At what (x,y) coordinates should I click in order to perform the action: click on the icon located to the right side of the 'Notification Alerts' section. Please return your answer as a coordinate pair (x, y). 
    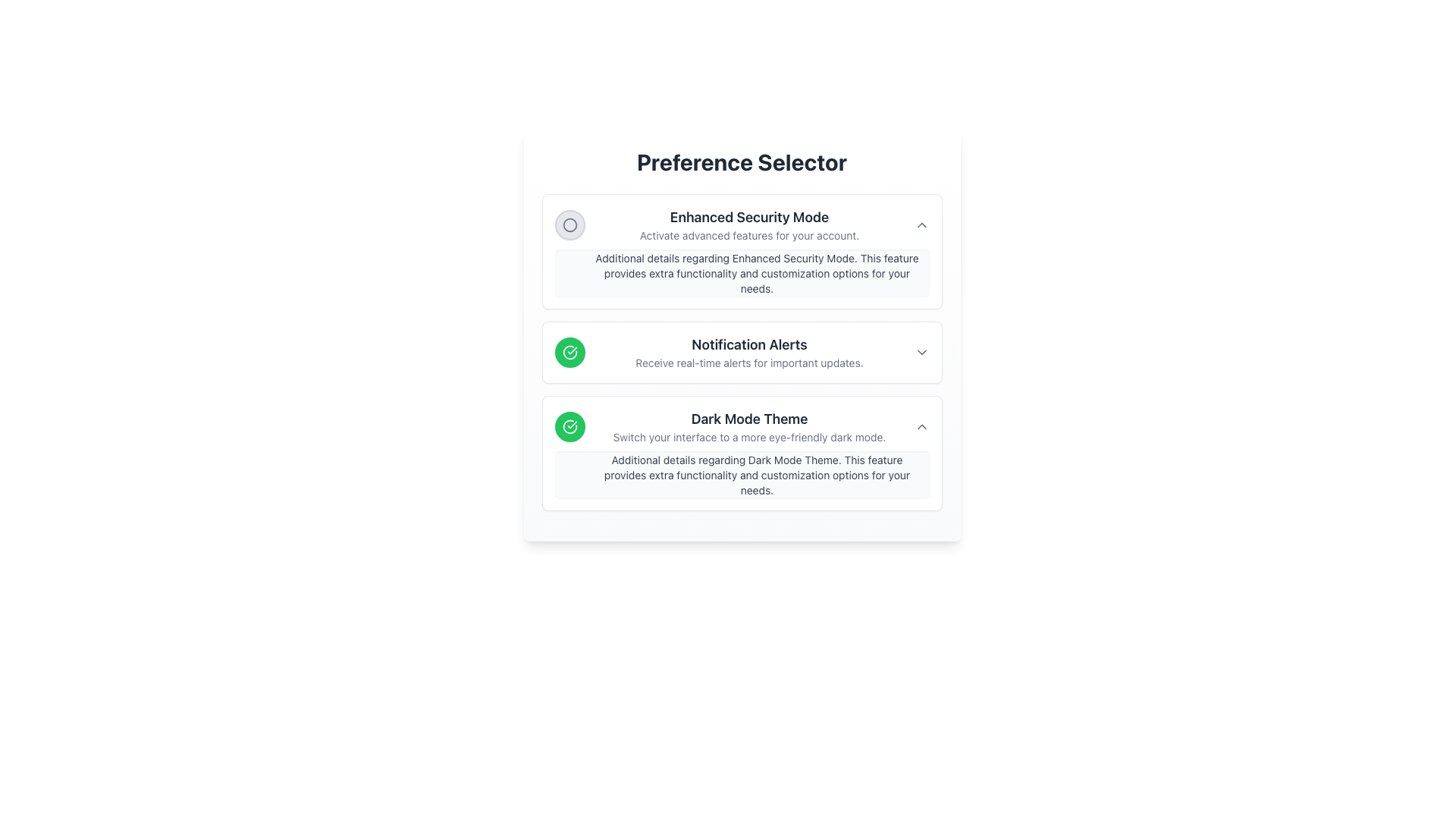
    Looking at the image, I should click on (921, 353).